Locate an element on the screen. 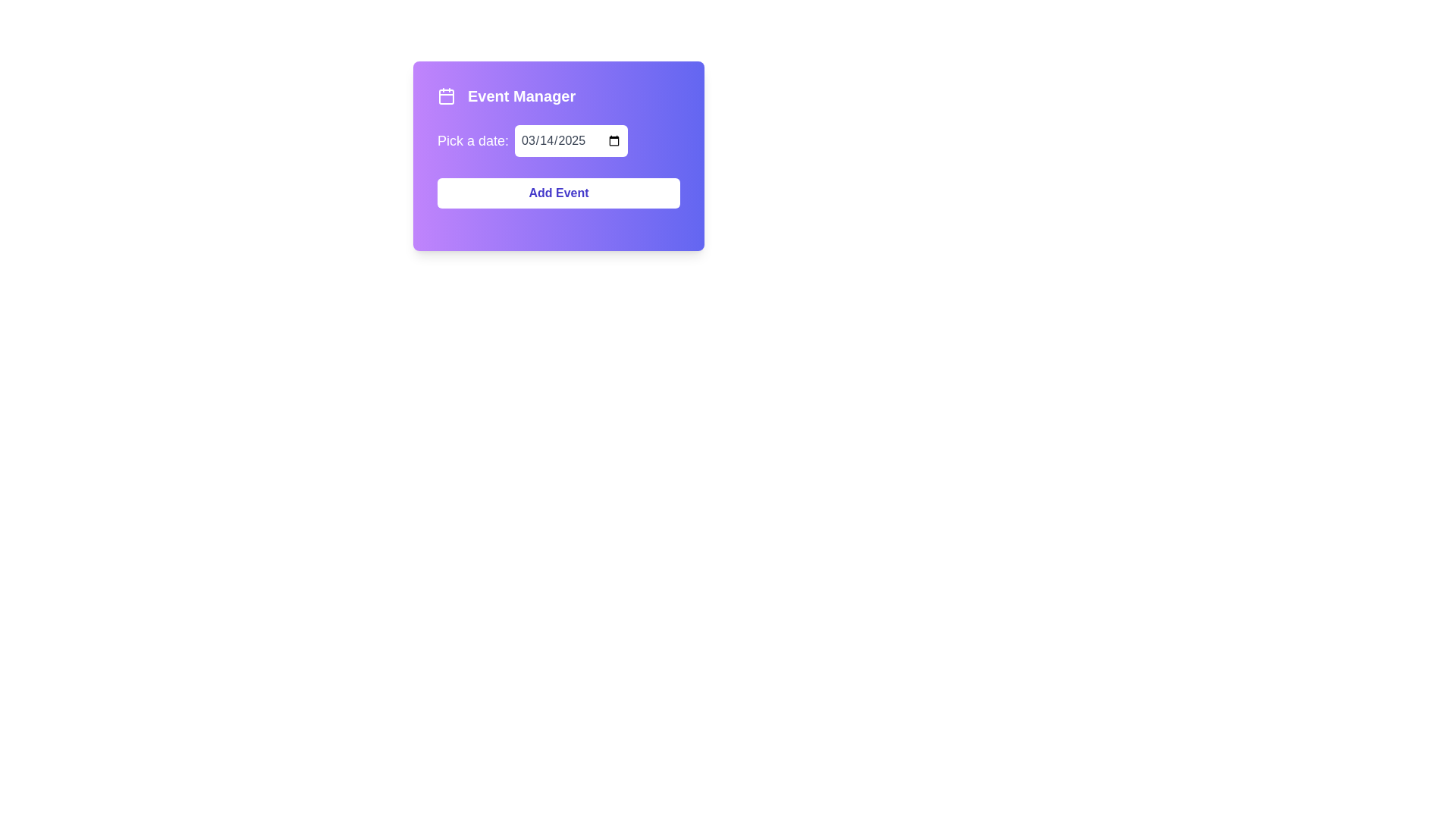 The width and height of the screenshot is (1456, 819). the calendar icon located to the left of the 'Event Manager' text, which features a purple-themed design and a square outline with rounded corners is located at coordinates (446, 96).